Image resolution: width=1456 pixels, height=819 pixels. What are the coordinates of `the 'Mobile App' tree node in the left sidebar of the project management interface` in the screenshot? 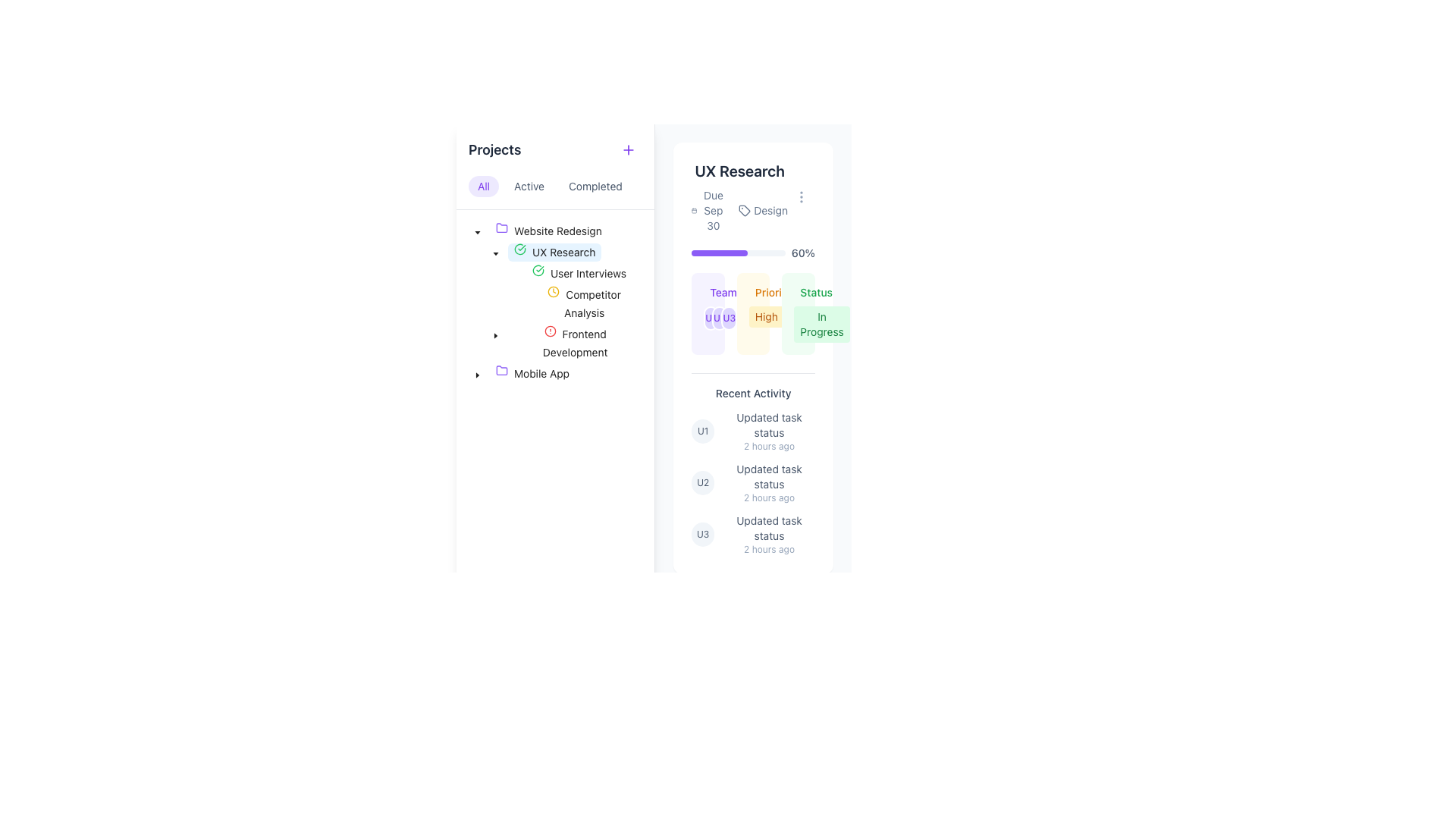 It's located at (522, 374).